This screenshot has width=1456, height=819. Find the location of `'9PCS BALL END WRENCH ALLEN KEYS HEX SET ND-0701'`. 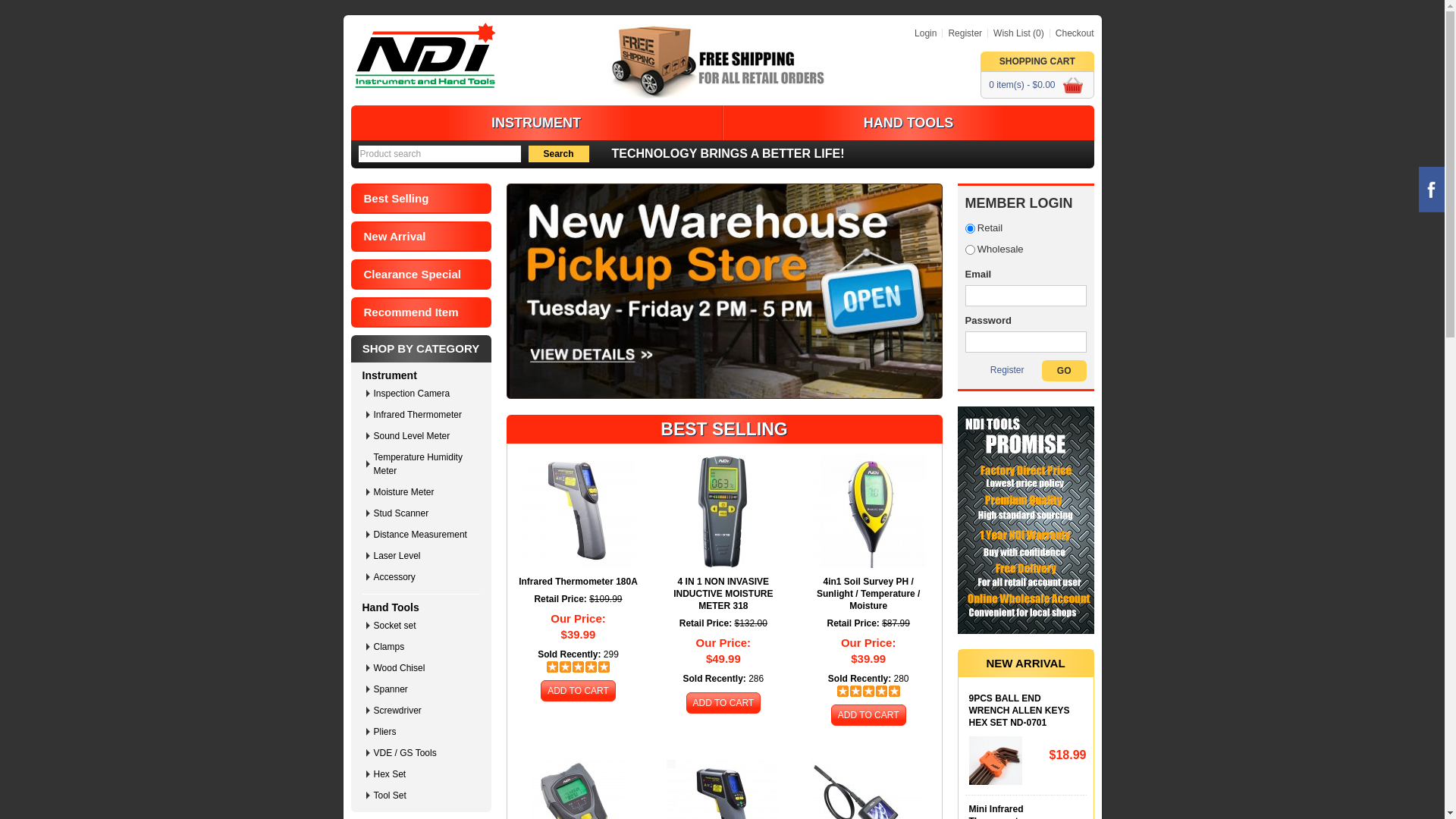

'9PCS BALL END WRENCH ALLEN KEYS HEX SET ND-0701' is located at coordinates (968, 711).